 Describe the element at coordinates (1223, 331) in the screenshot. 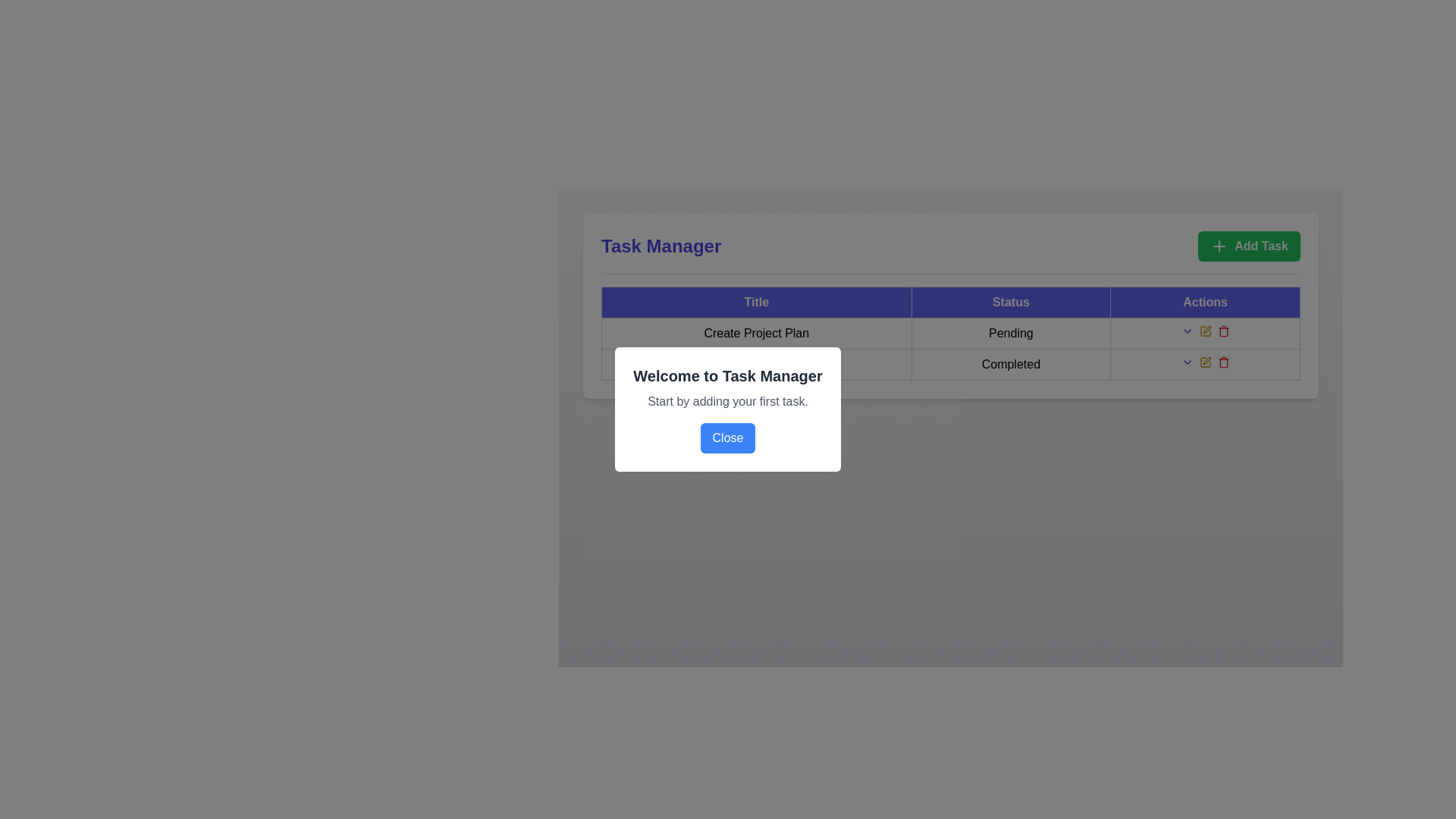

I see `the rectangular body part of the trash can icon located in the 'Actions' column of the table row` at that location.